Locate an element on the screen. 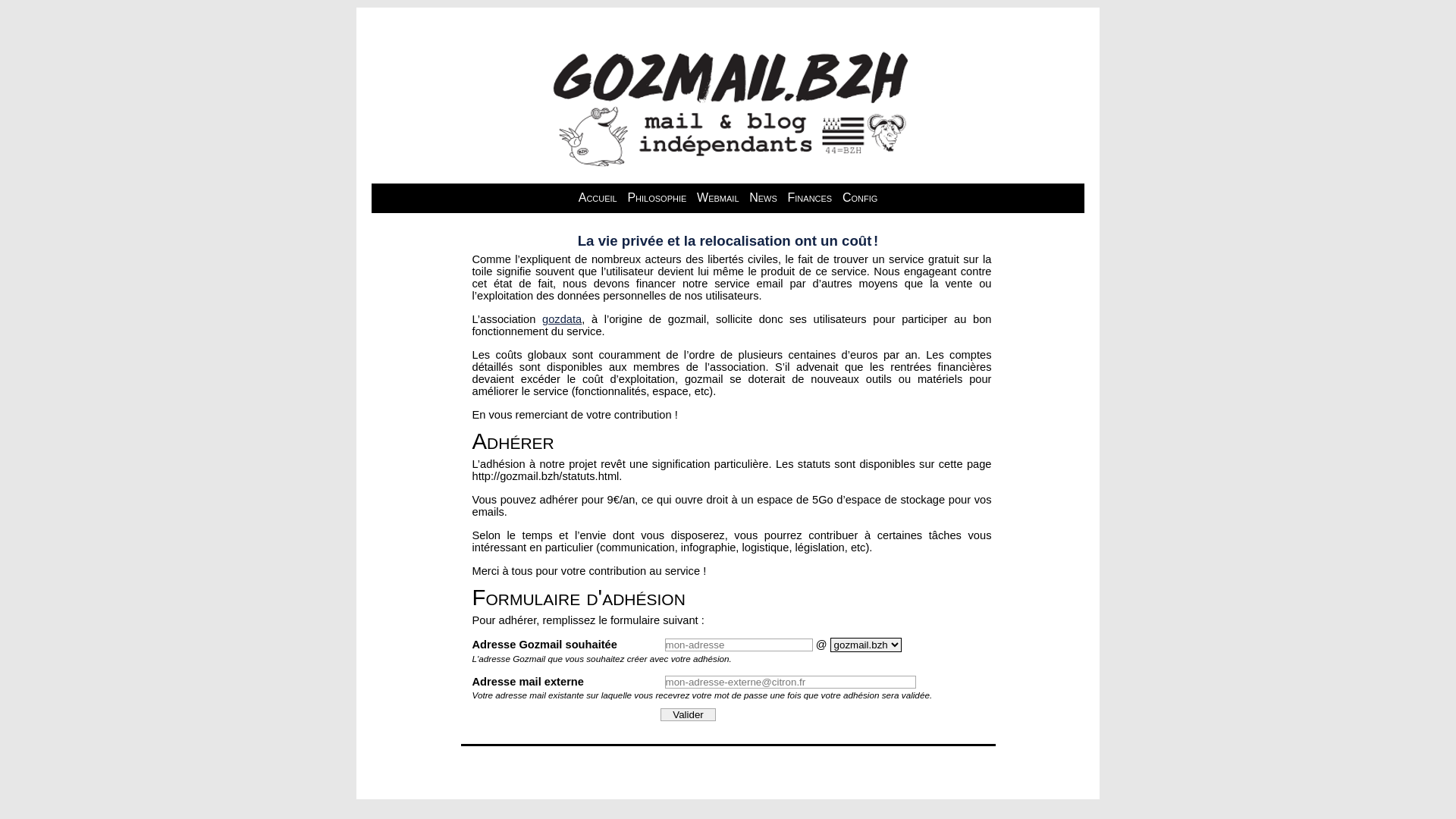 The image size is (1456, 819). 'News' is located at coordinates (745, 196).